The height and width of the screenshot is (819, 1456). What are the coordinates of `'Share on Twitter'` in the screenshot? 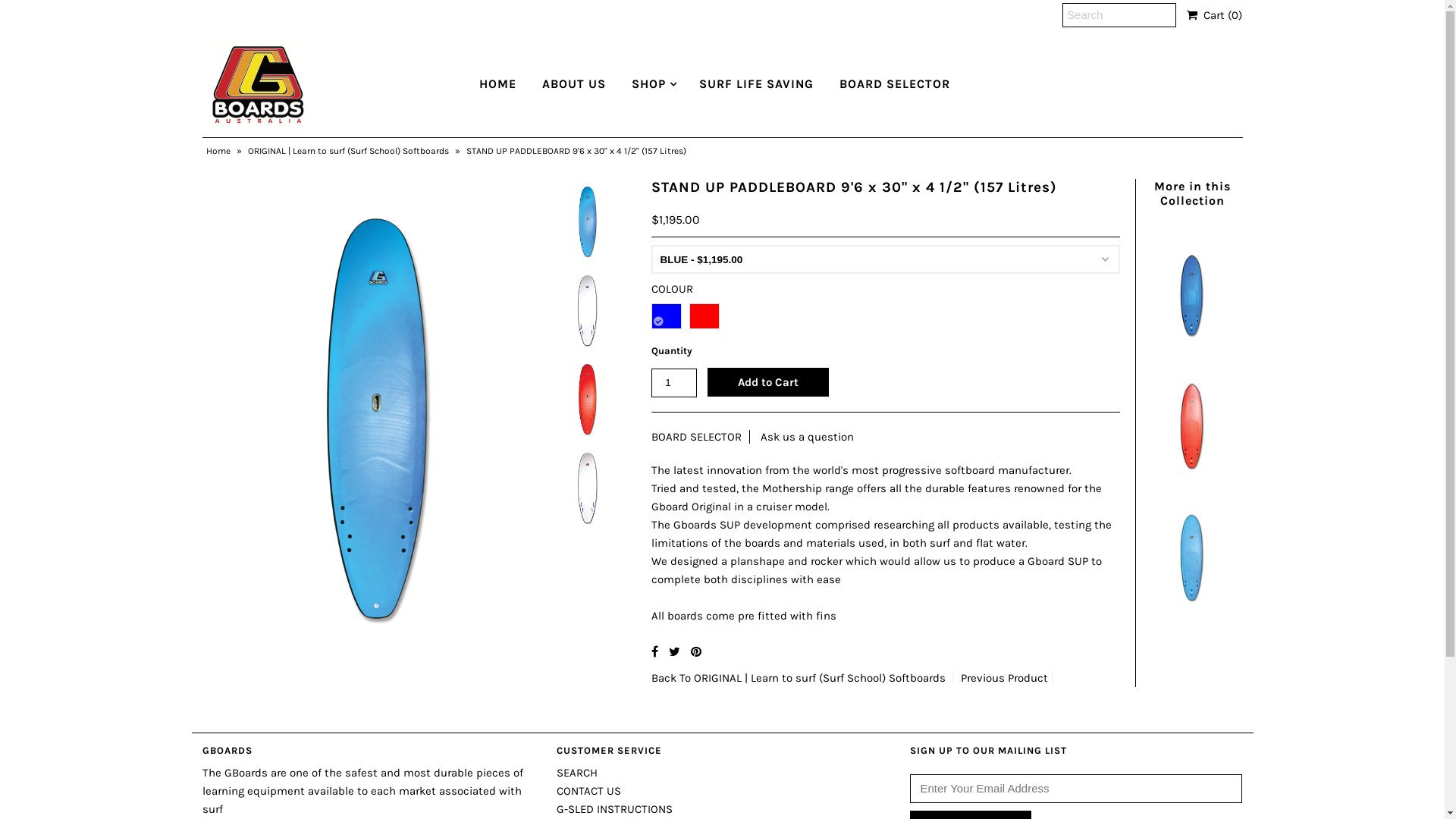 It's located at (673, 651).